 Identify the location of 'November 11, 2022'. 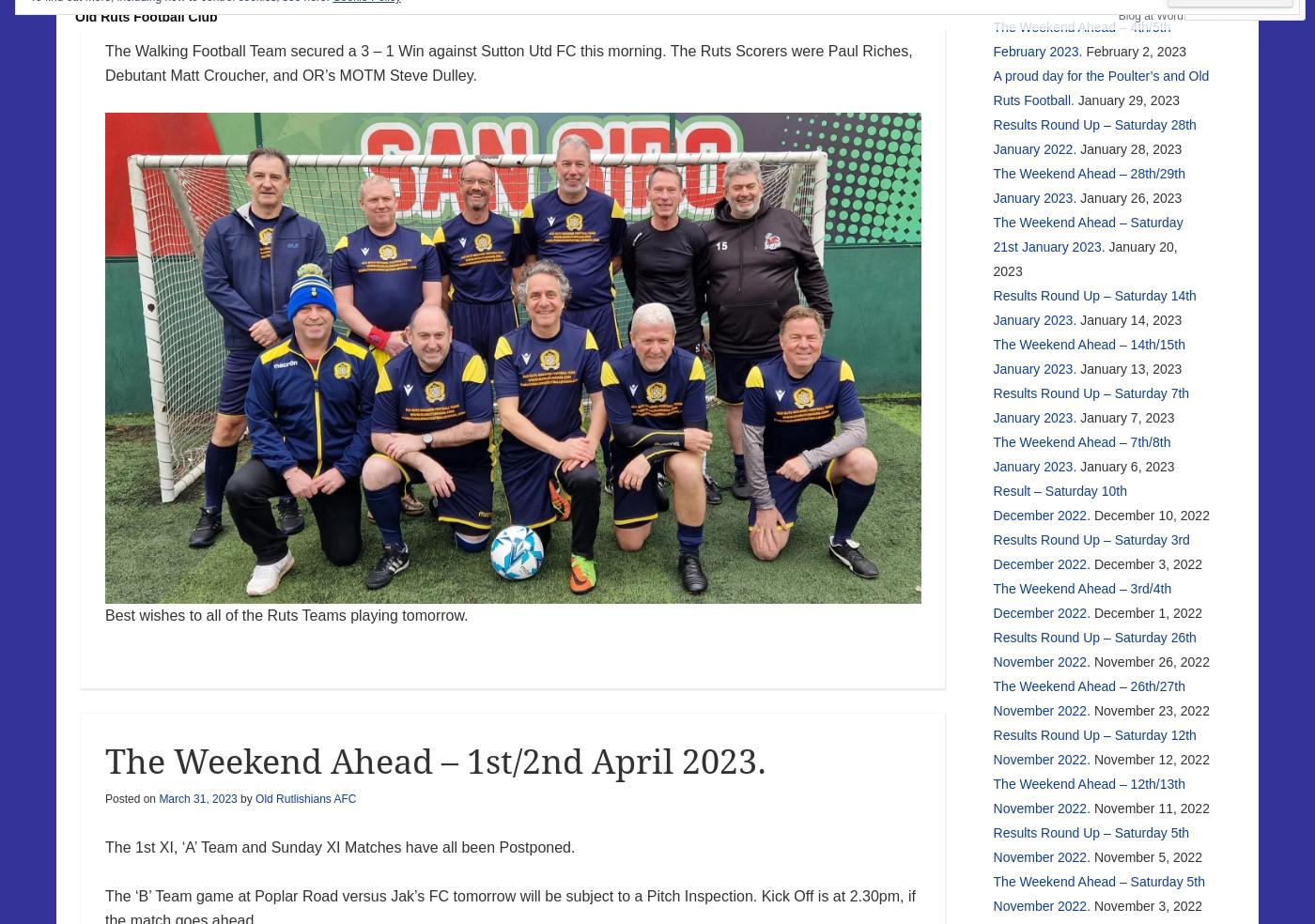
(1151, 807).